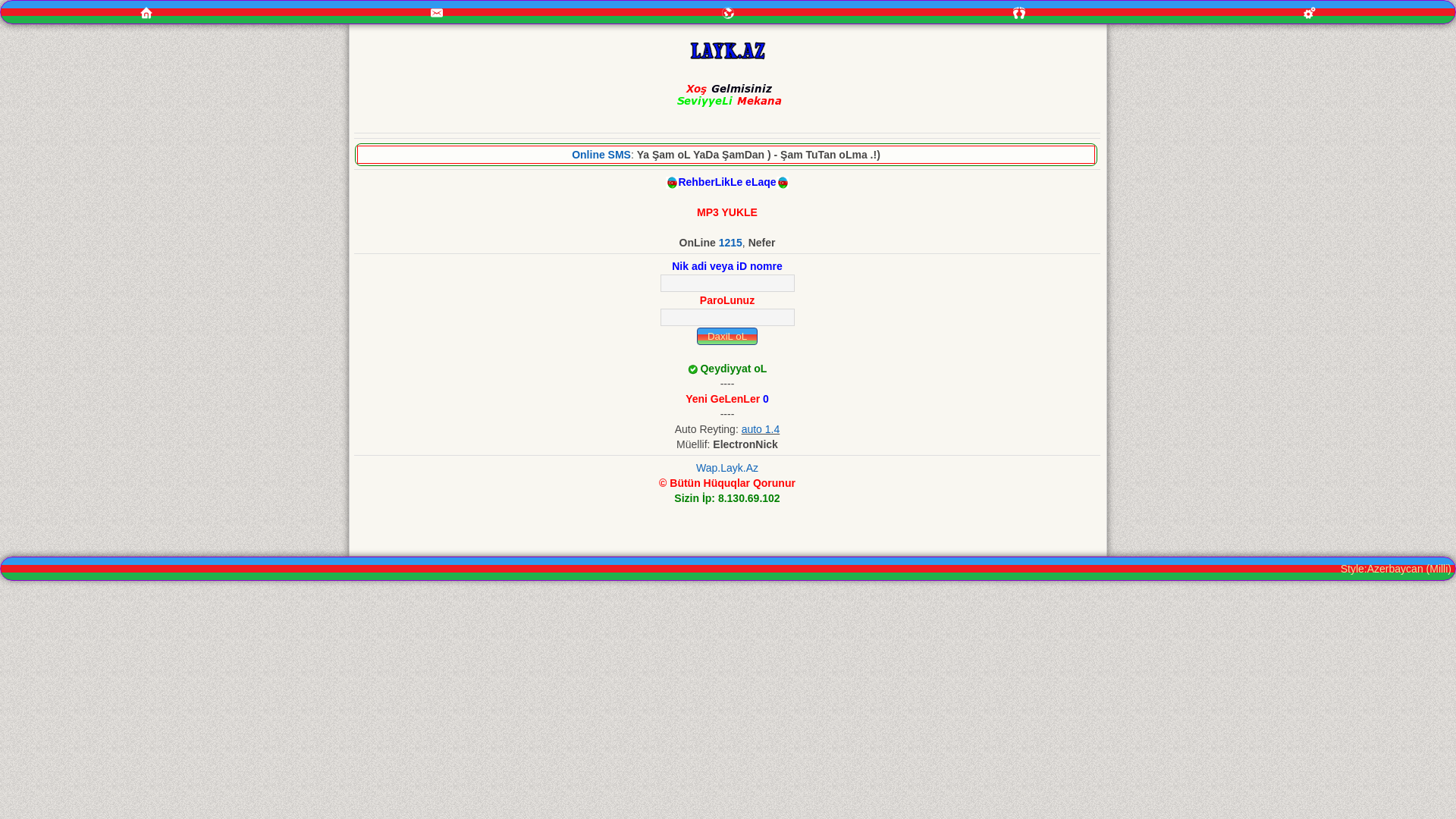 The width and height of the screenshot is (1456, 819). What do you see at coordinates (726, 180) in the screenshot?
I see `'RehberLikLe eLaqe'` at bounding box center [726, 180].